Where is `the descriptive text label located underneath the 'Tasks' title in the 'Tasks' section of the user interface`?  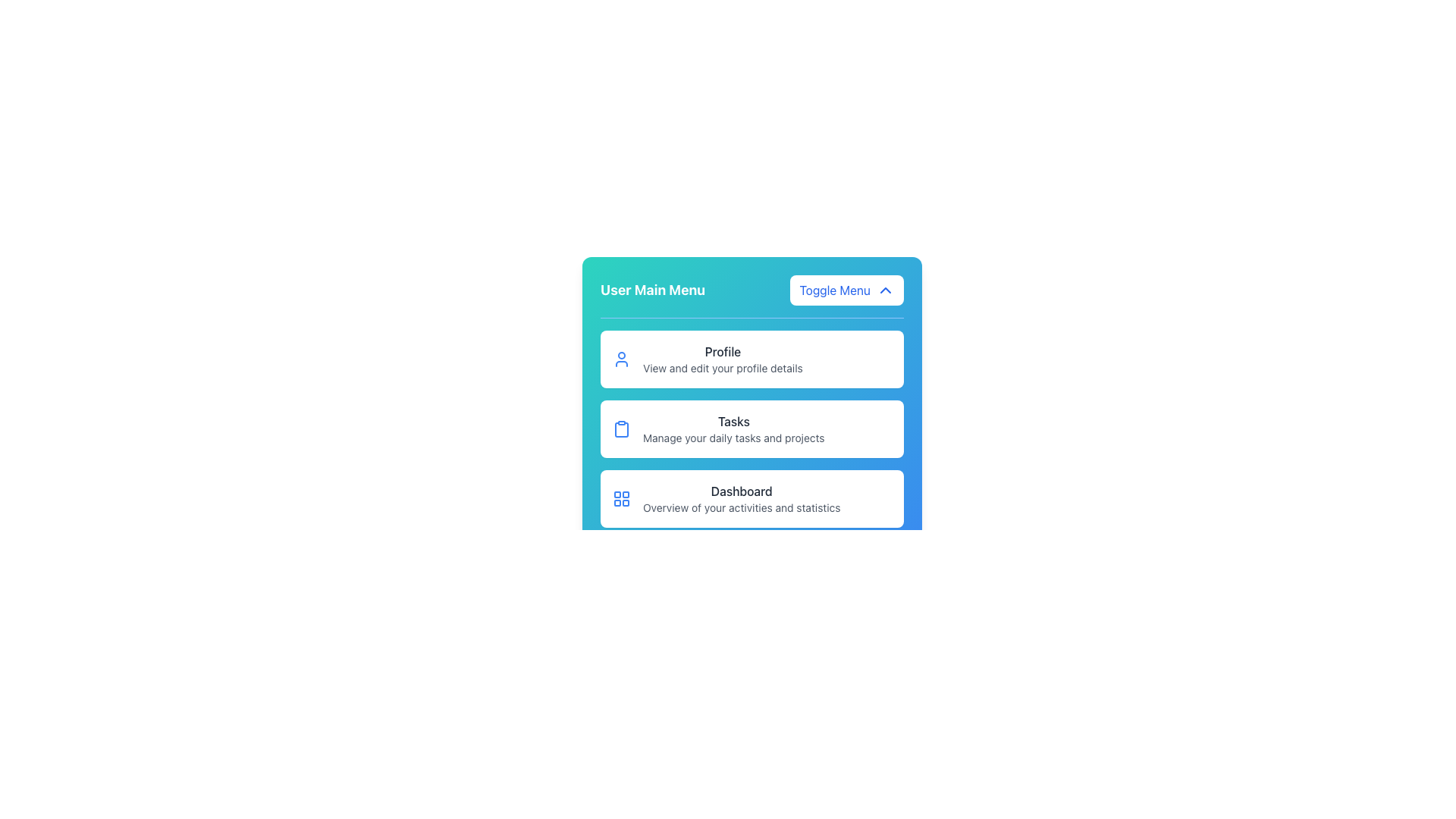
the descriptive text label located underneath the 'Tasks' title in the 'Tasks' section of the user interface is located at coordinates (733, 438).